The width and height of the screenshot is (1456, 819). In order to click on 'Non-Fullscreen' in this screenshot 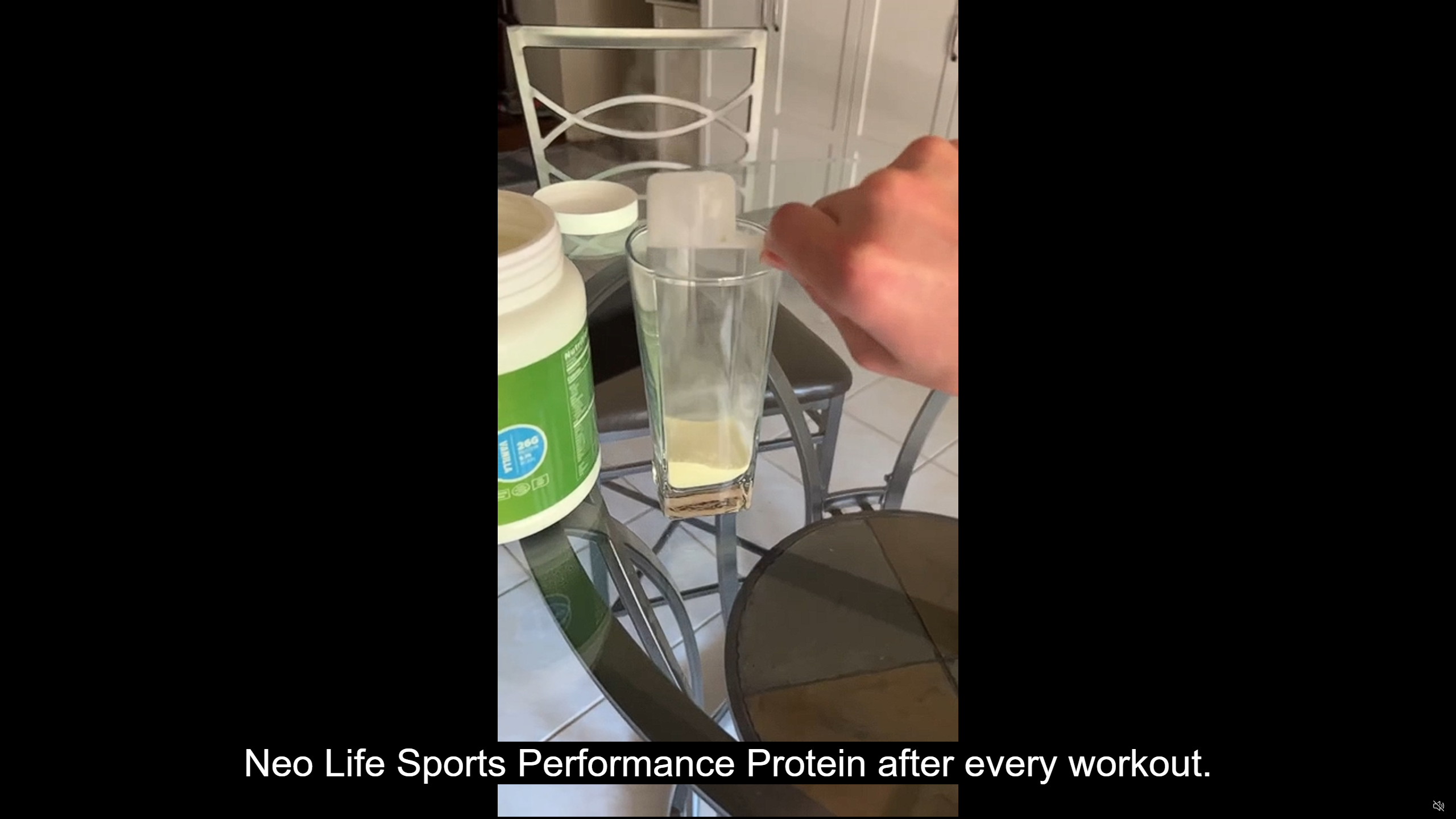, I will do `click(1417, 806)`.